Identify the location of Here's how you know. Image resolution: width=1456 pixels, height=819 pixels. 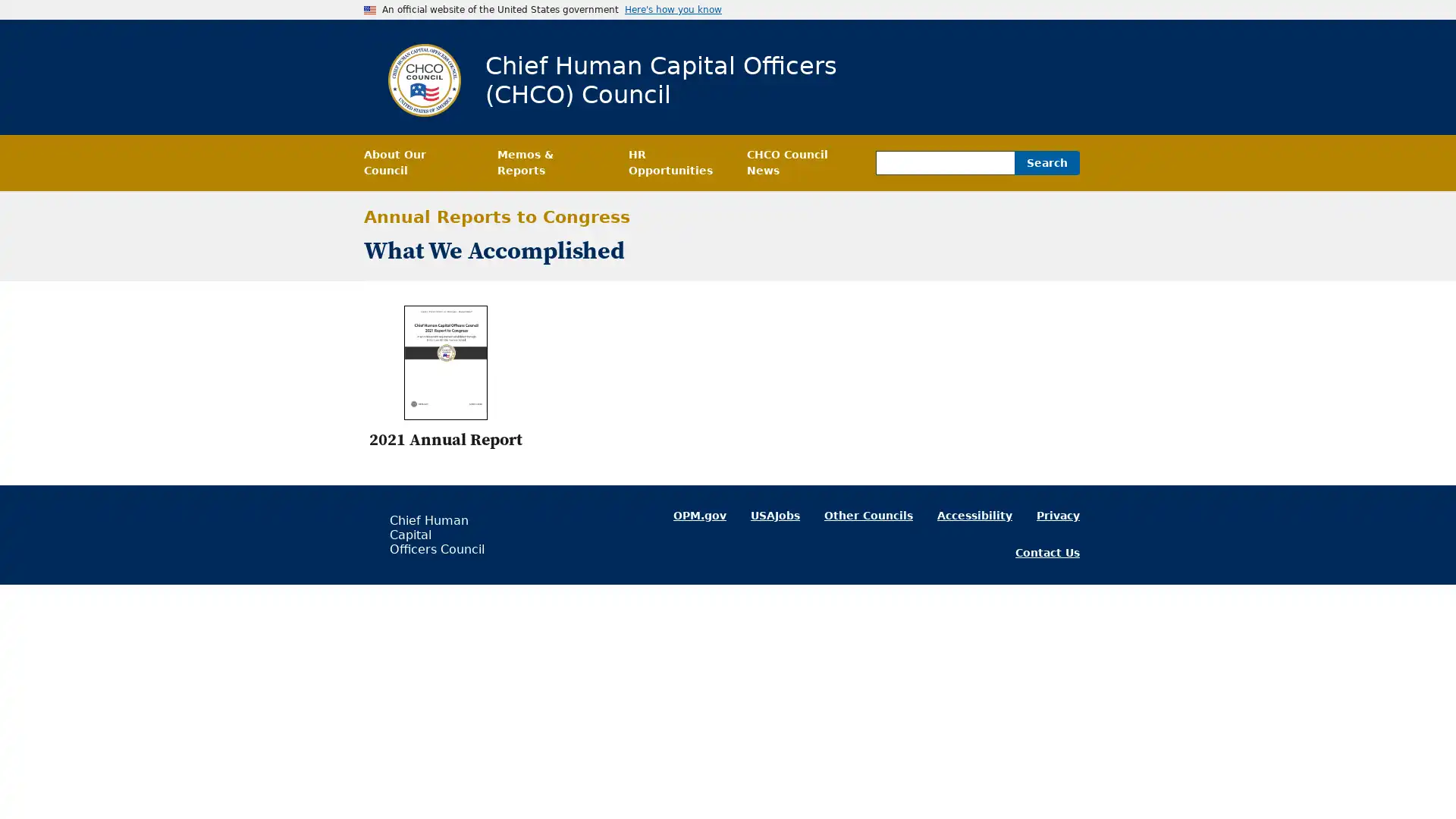
(673, 9).